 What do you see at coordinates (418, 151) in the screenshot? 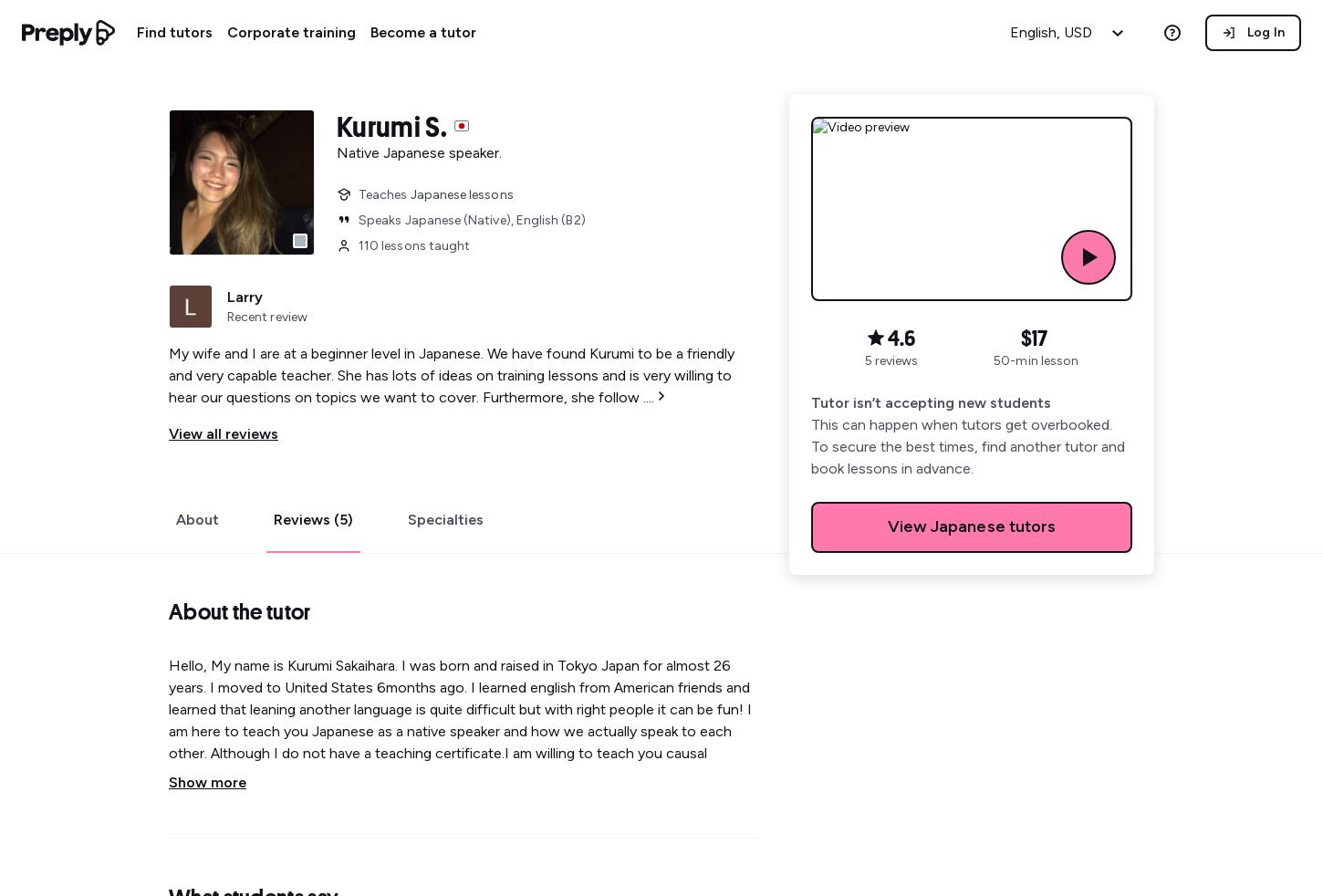
I see `'Native Japanese speaker.'` at bounding box center [418, 151].